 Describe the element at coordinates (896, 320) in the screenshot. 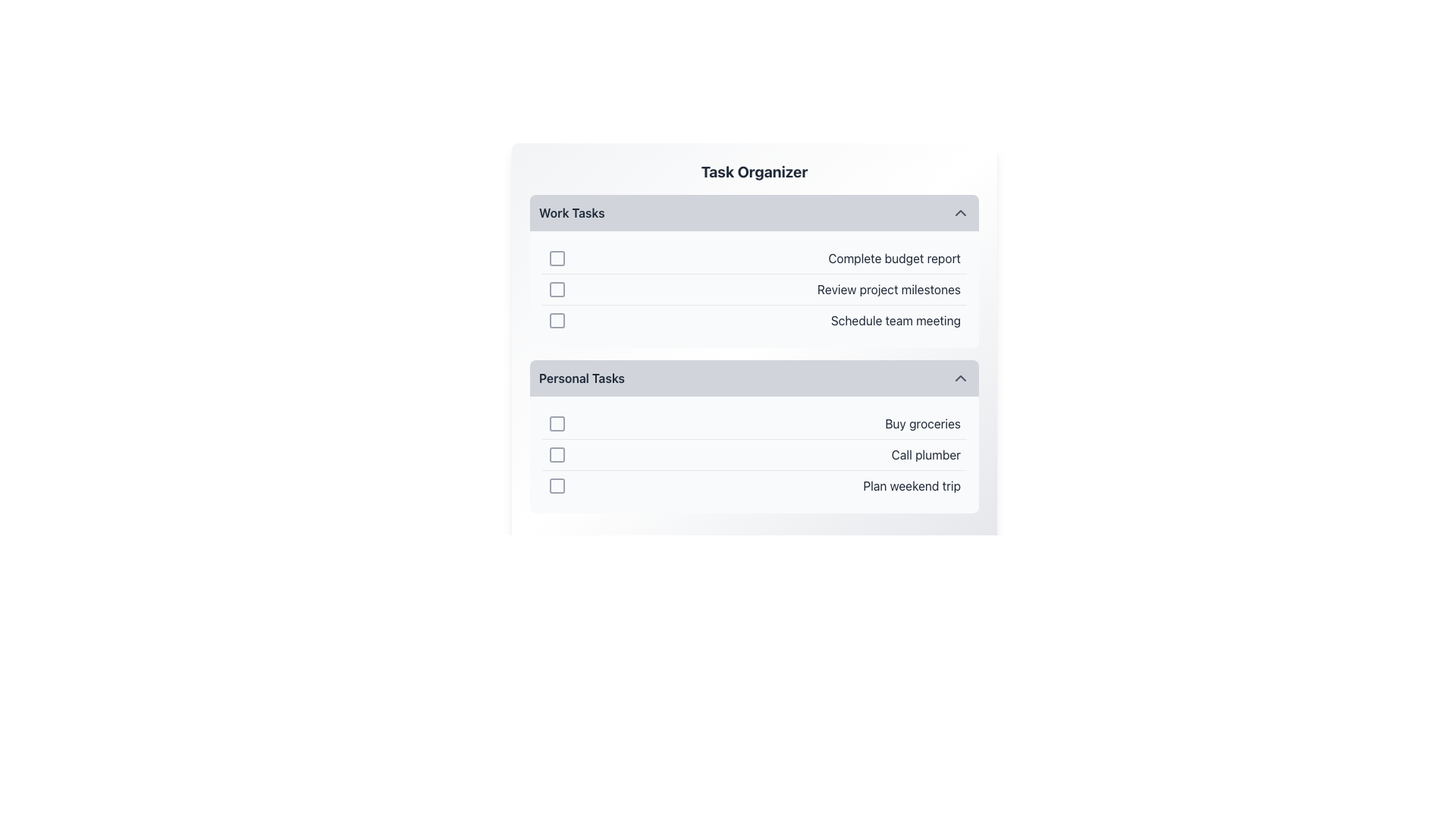

I see `text from the 'Schedule team meeting' label, which is the third item in the 'Work Tasks' section, styled in dark gray on a white background` at that location.